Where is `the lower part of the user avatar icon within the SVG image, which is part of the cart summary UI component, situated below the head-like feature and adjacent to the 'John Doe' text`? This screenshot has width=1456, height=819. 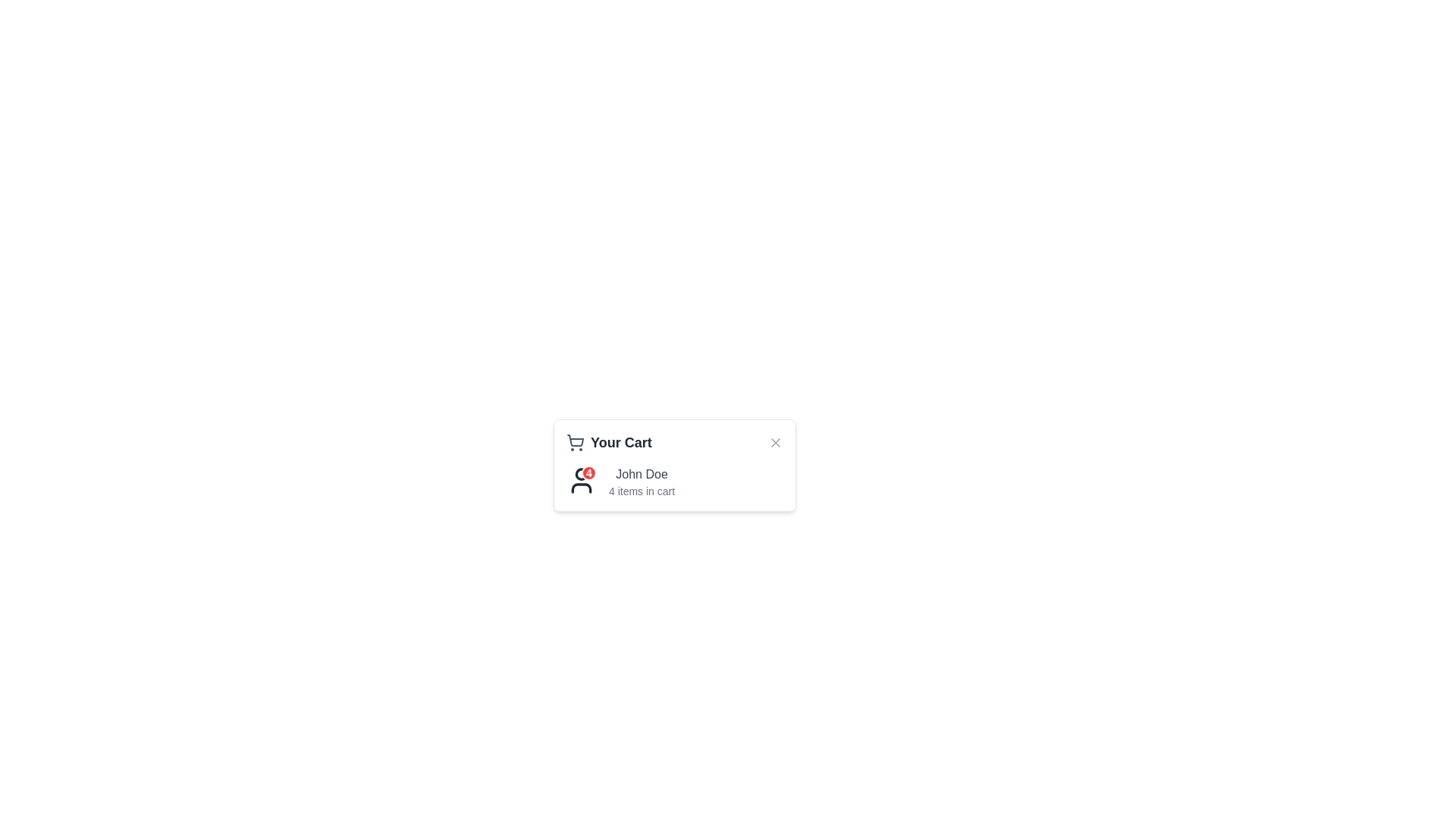 the lower part of the user avatar icon within the SVG image, which is part of the cart summary UI component, situated below the head-like feature and adjacent to the 'John Doe' text is located at coordinates (581, 488).